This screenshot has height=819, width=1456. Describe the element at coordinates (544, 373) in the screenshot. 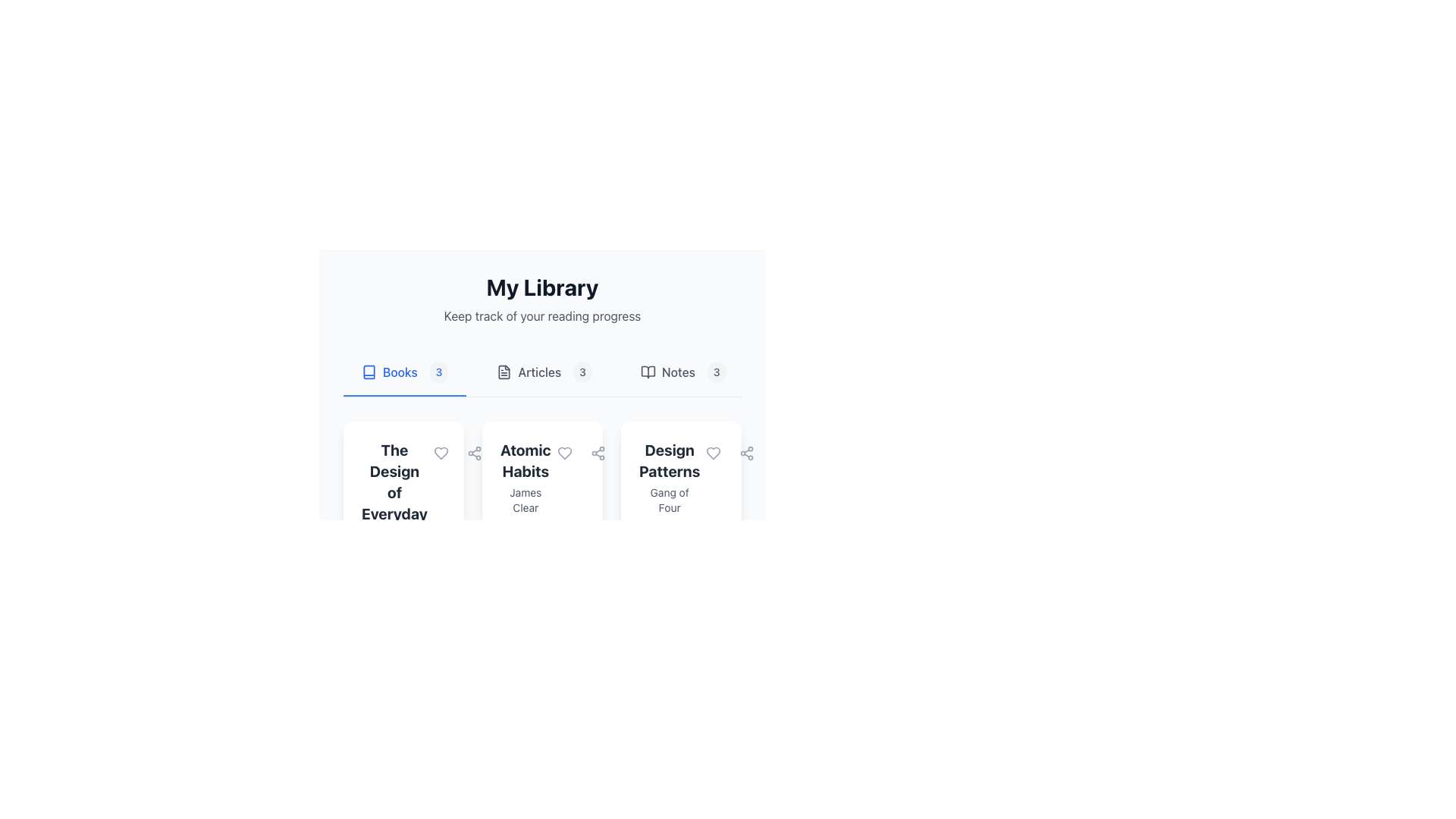

I see `the middle navigational tab under 'My Library'` at that location.